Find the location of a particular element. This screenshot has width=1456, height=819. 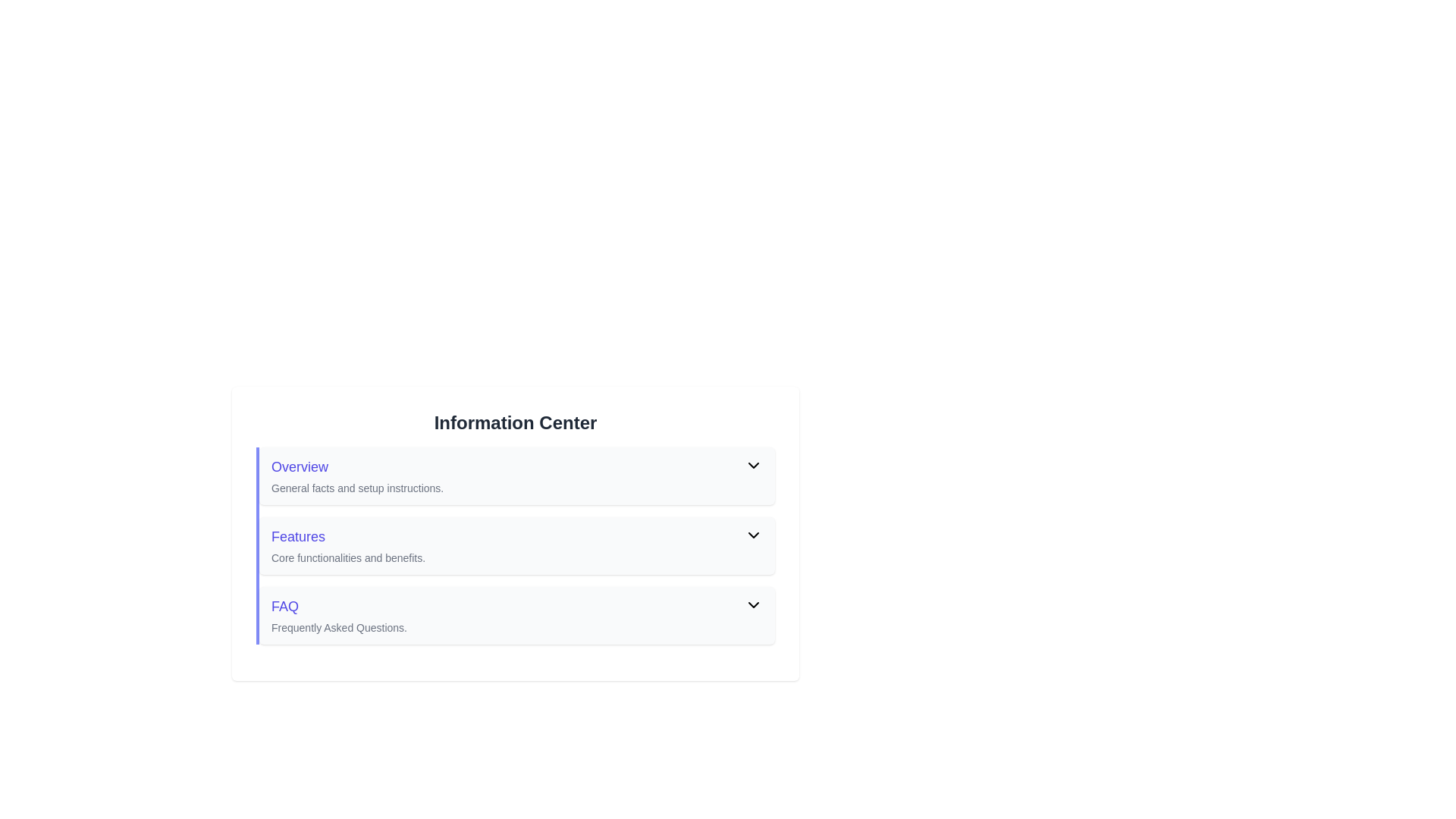

the chevron icon located at the right end of the 'FAQ' accordion section is located at coordinates (753, 604).